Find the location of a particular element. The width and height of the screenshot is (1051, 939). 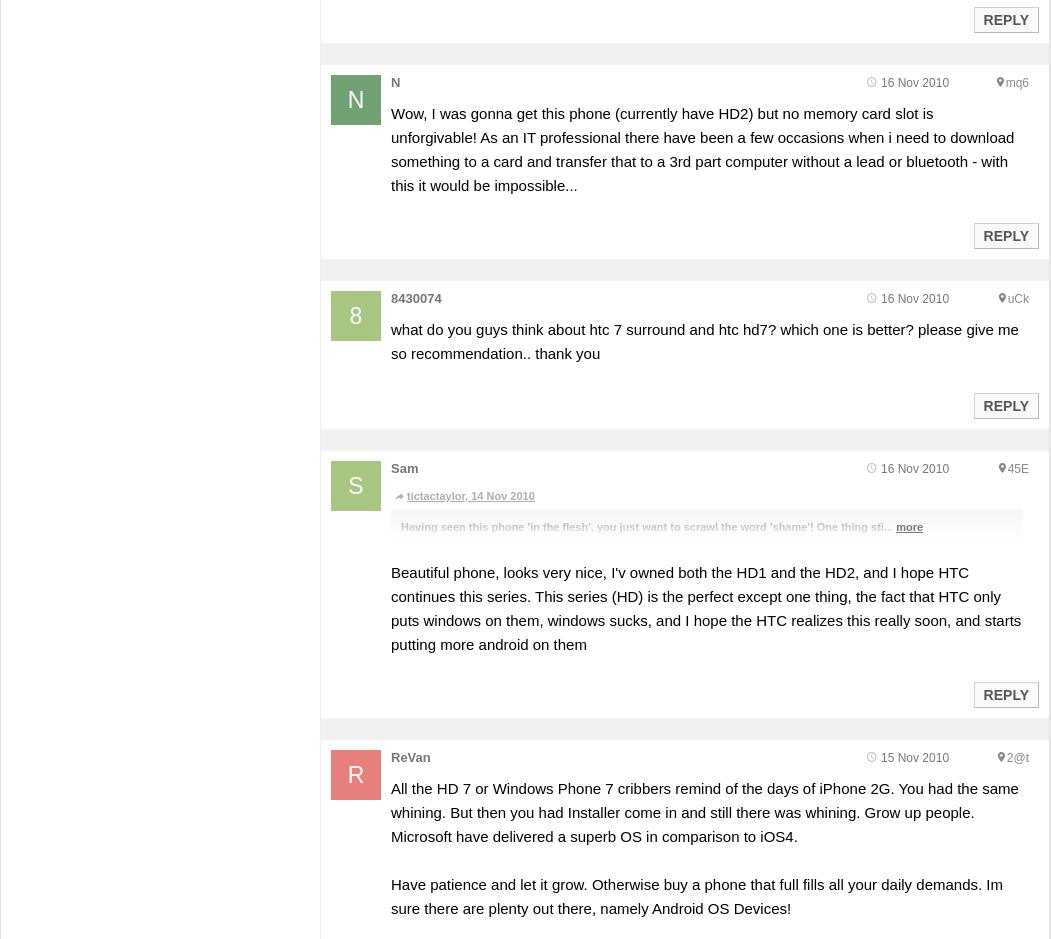

'8430074' is located at coordinates (415, 297).